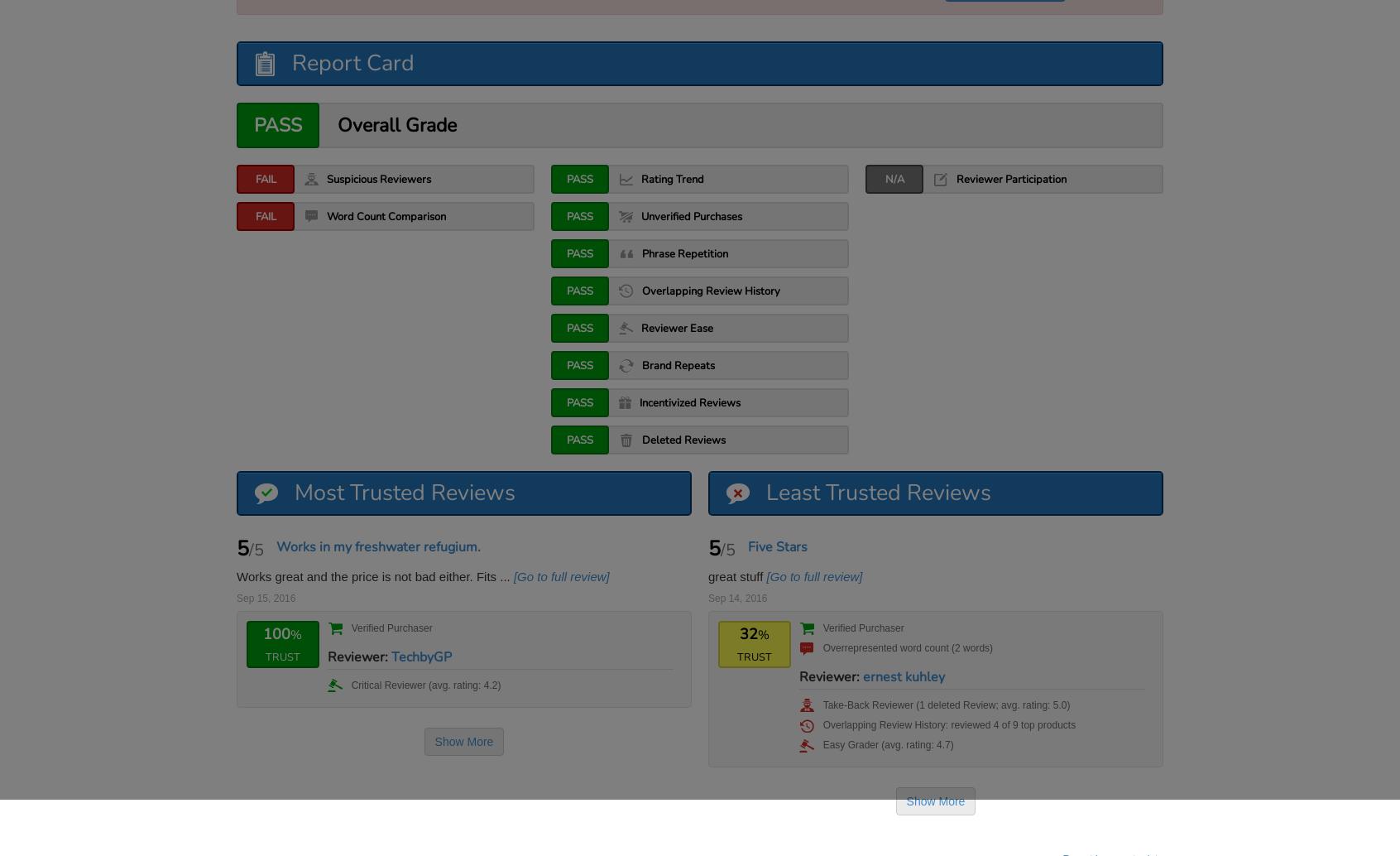 Image resolution: width=1400 pixels, height=856 pixels. Describe the element at coordinates (640, 364) in the screenshot. I see `'Brand Repeats'` at that location.